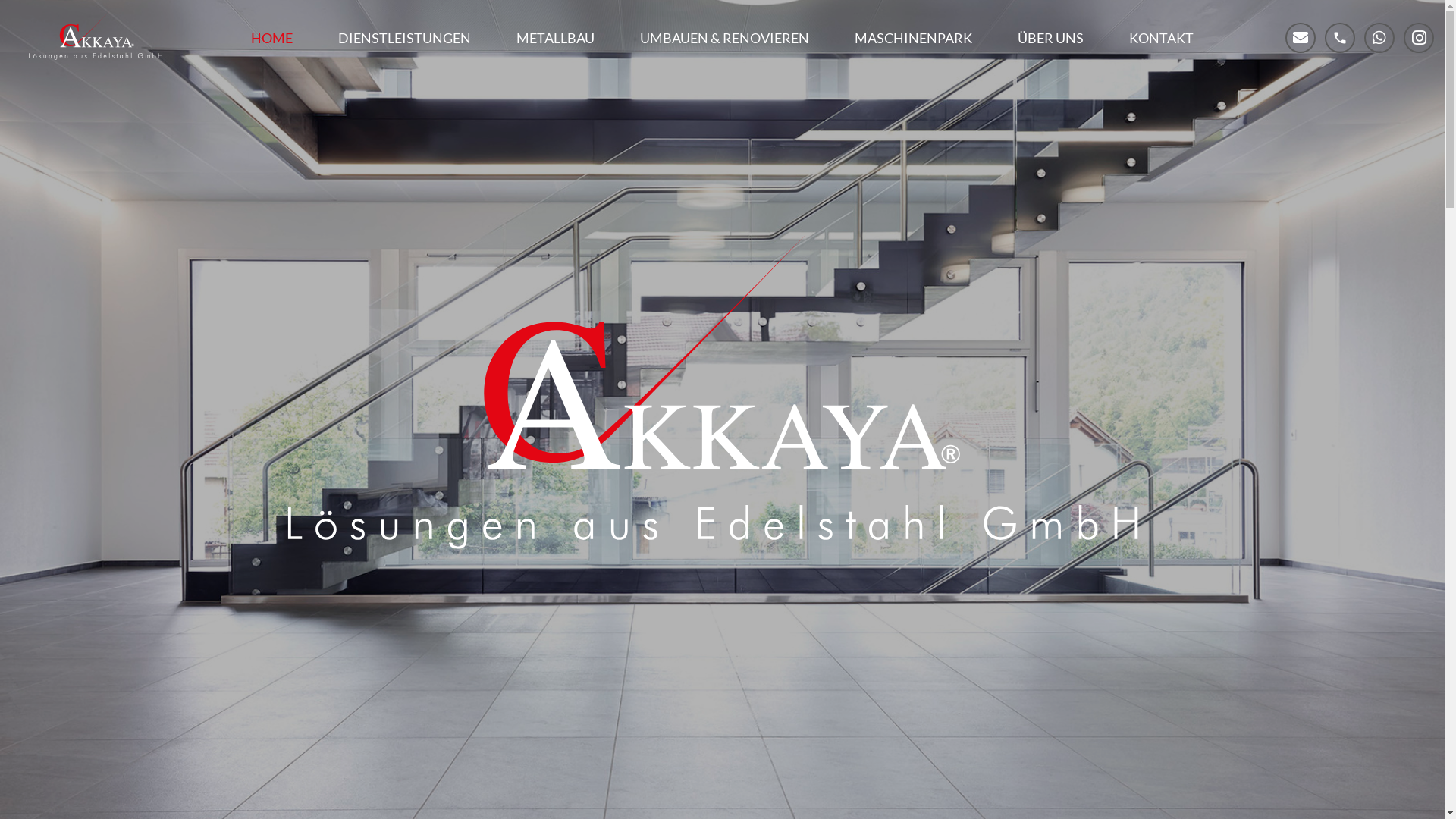 The height and width of the screenshot is (819, 1456). Describe the element at coordinates (1339, 37) in the screenshot. I see `'phone'` at that location.